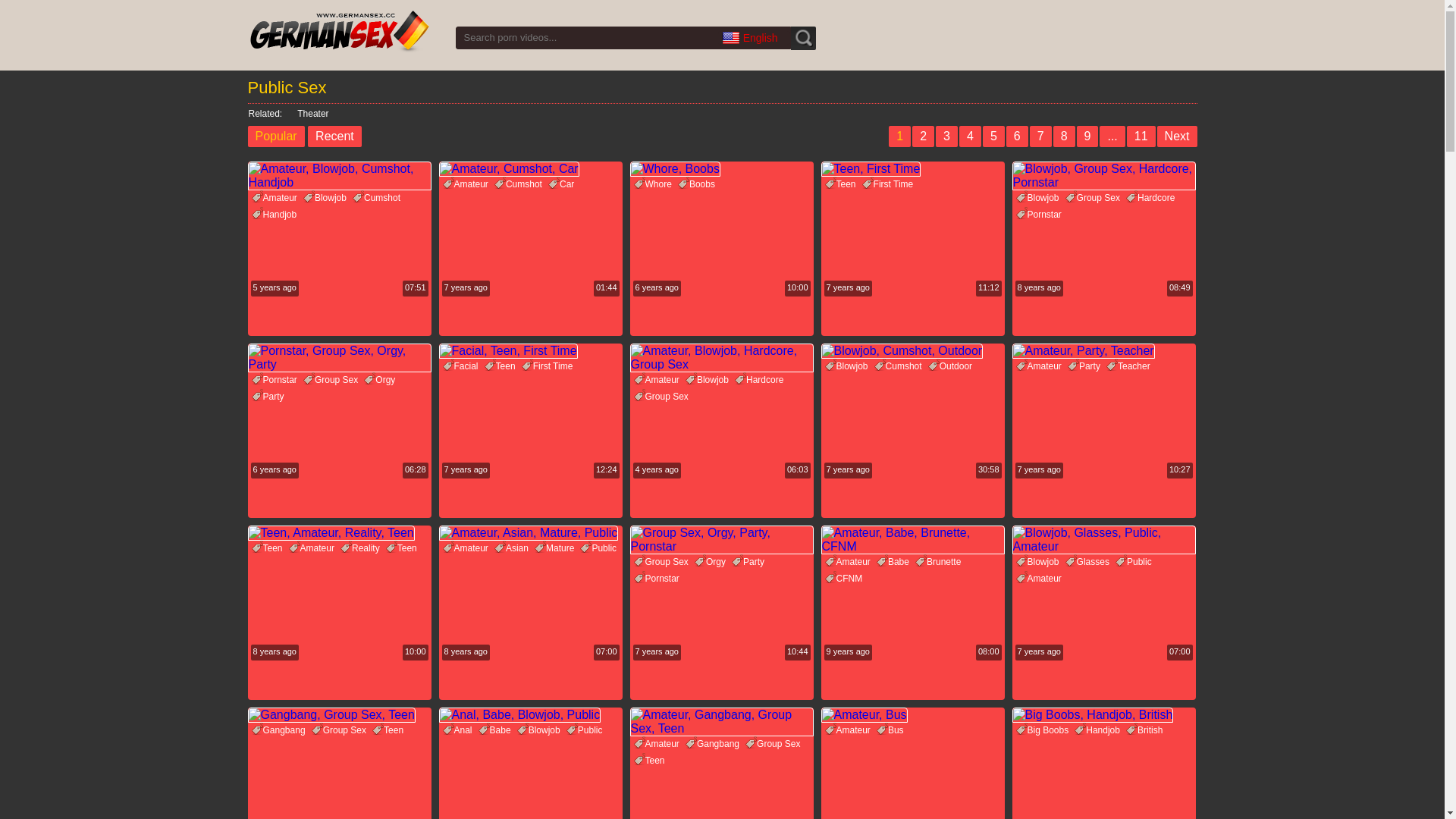 The height and width of the screenshot is (819, 1456). Describe the element at coordinates (1141, 136) in the screenshot. I see `'11'` at that location.